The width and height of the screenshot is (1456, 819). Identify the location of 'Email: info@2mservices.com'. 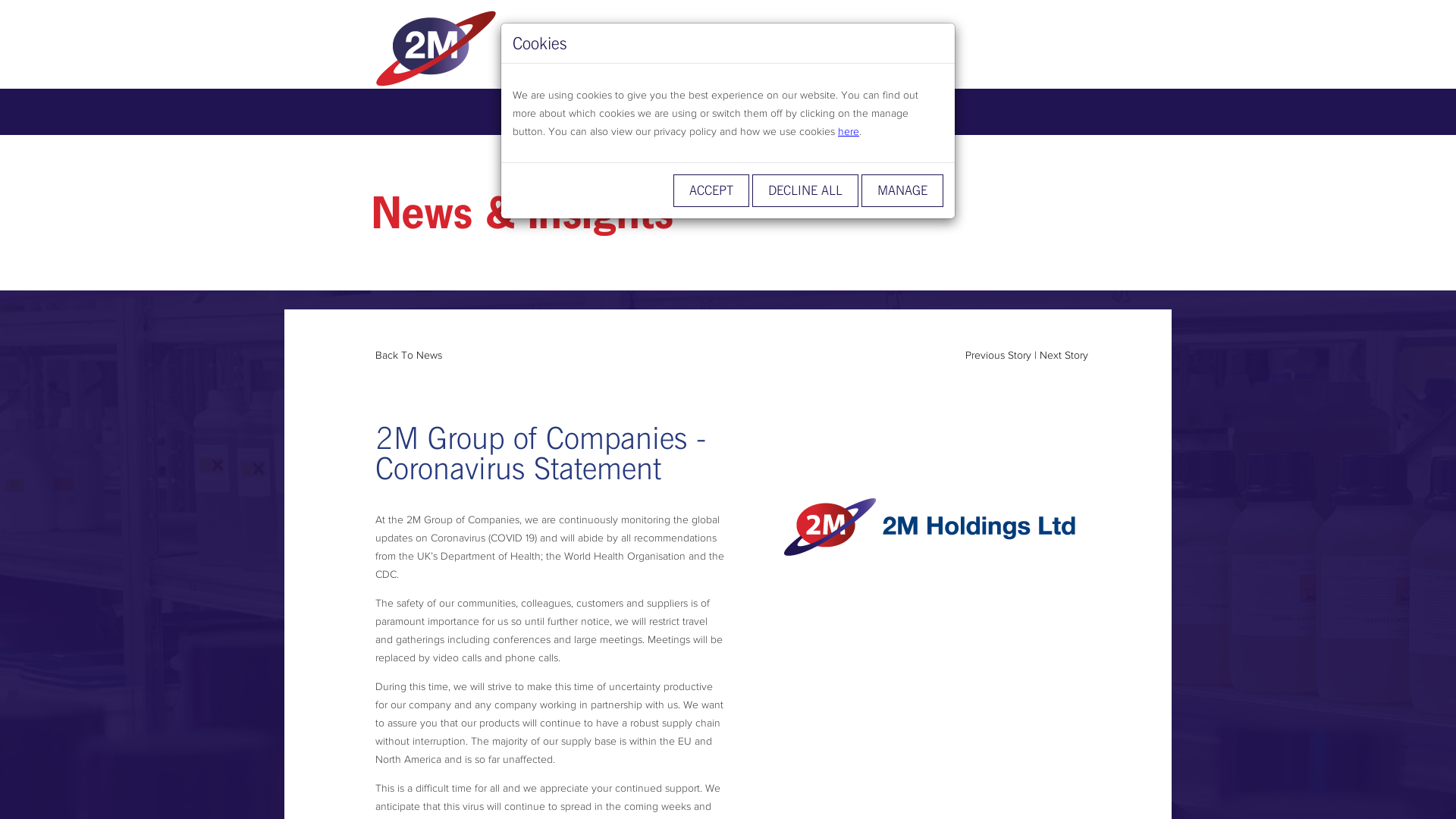
(814, 49).